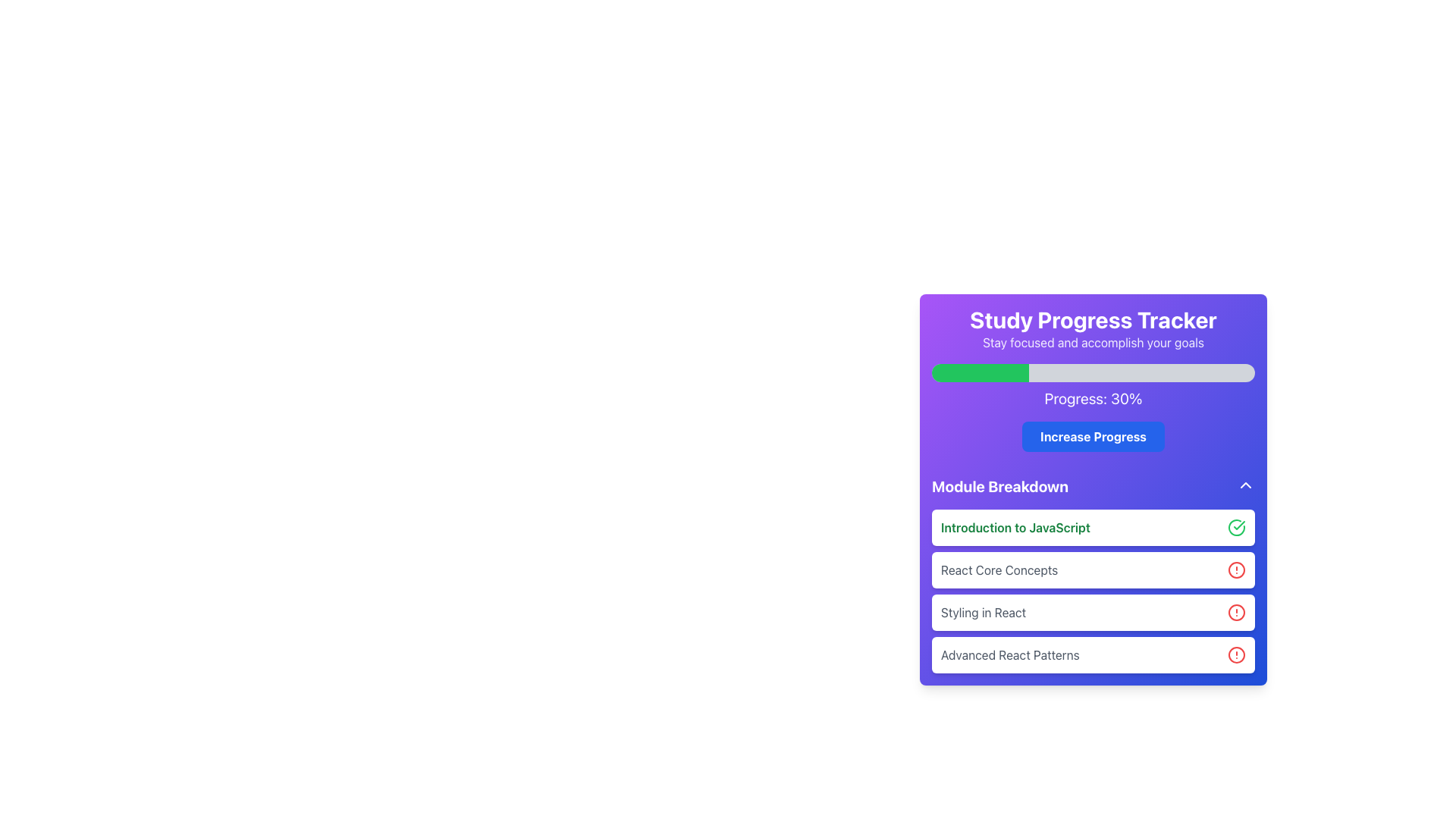 The height and width of the screenshot is (819, 1456). I want to click on the fourth list item in the 'Module Breakdown' section, which displays 'Advanced React Patterns' and has a red circular alert icon on the right, so click(1093, 654).